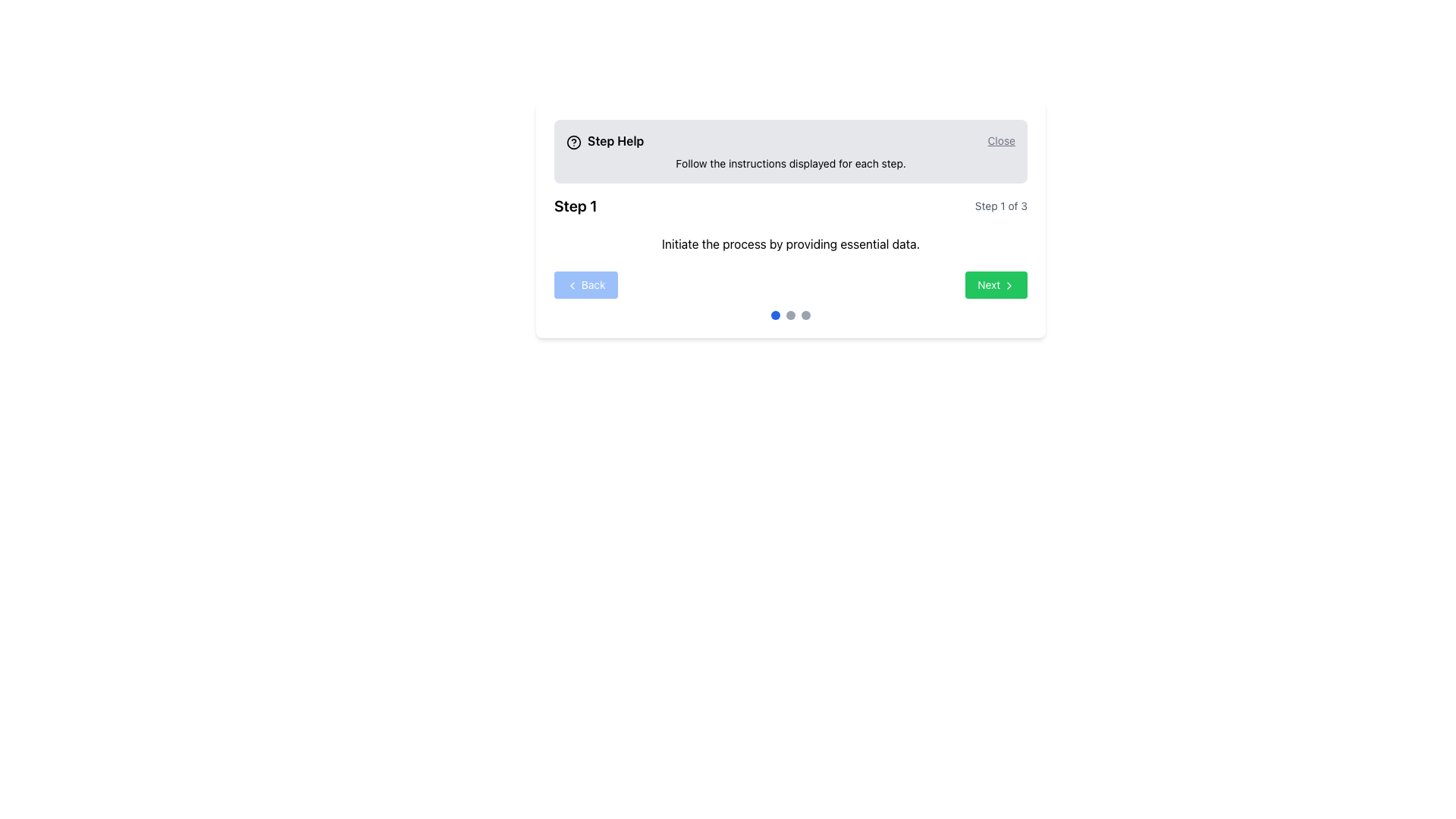 Image resolution: width=1456 pixels, height=819 pixels. What do you see at coordinates (604, 140) in the screenshot?
I see `the 'Step Help' label with the question mark icon` at bounding box center [604, 140].